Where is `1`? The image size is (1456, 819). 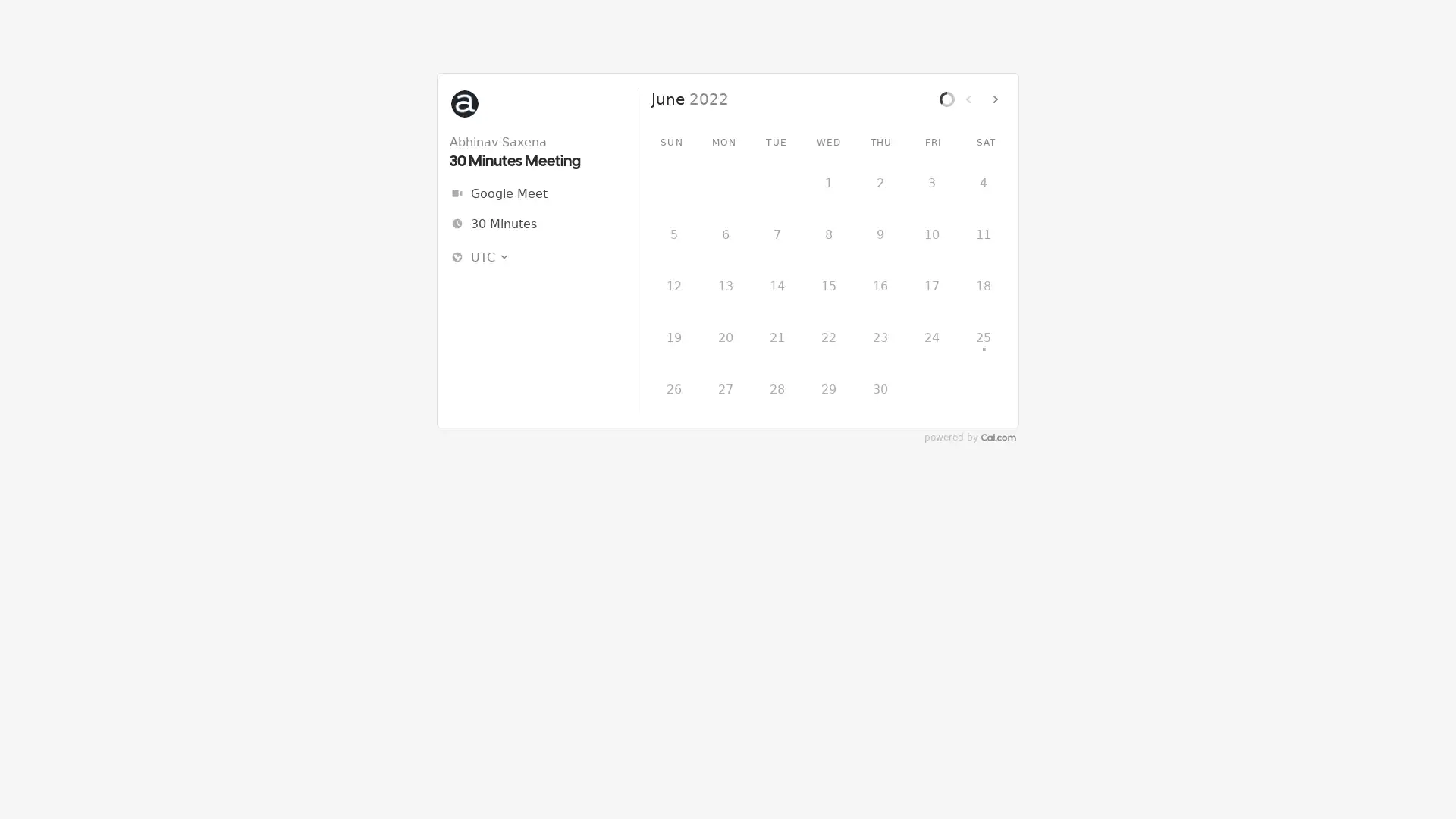 1 is located at coordinates (828, 182).